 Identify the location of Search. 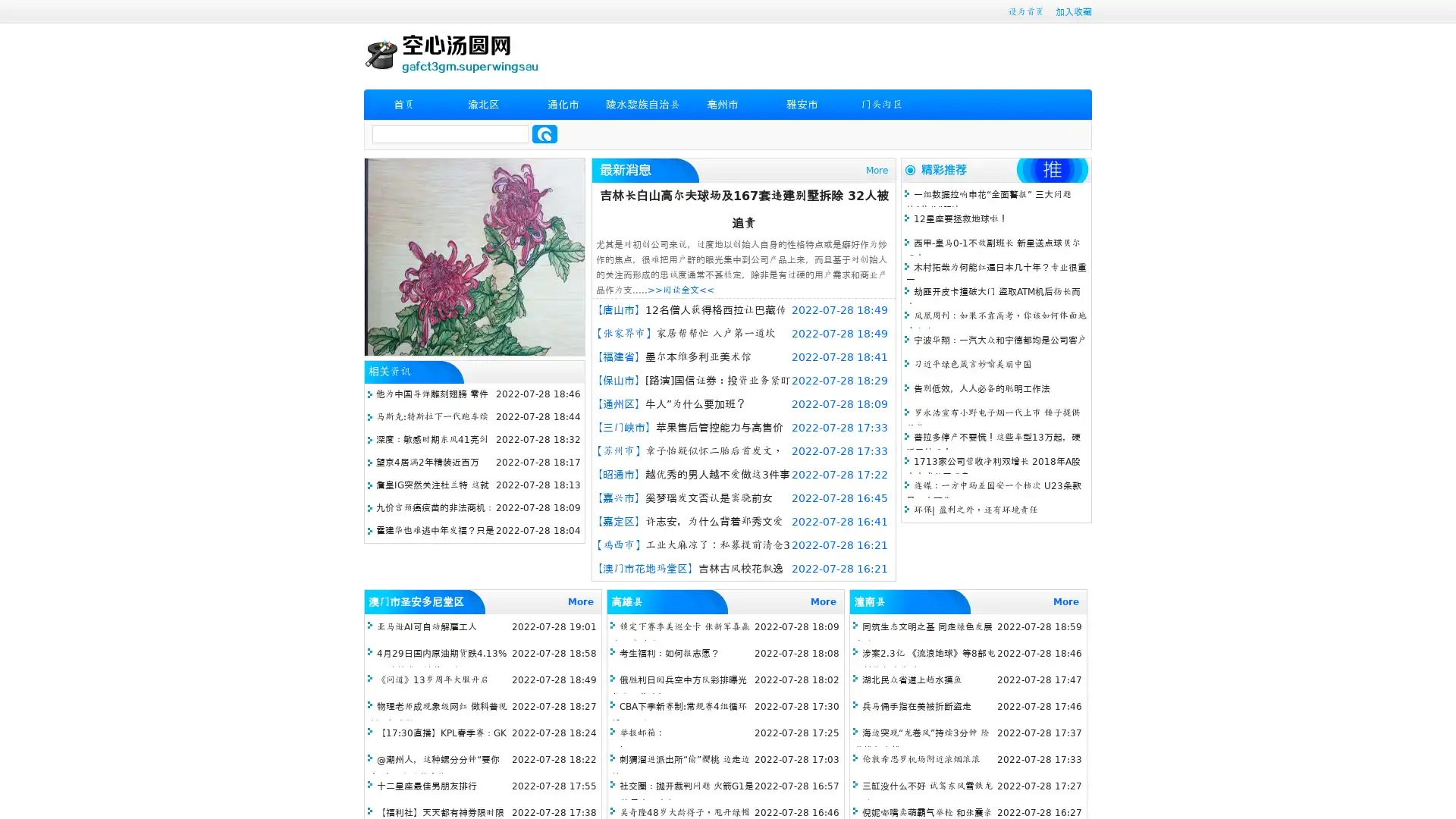
(544, 133).